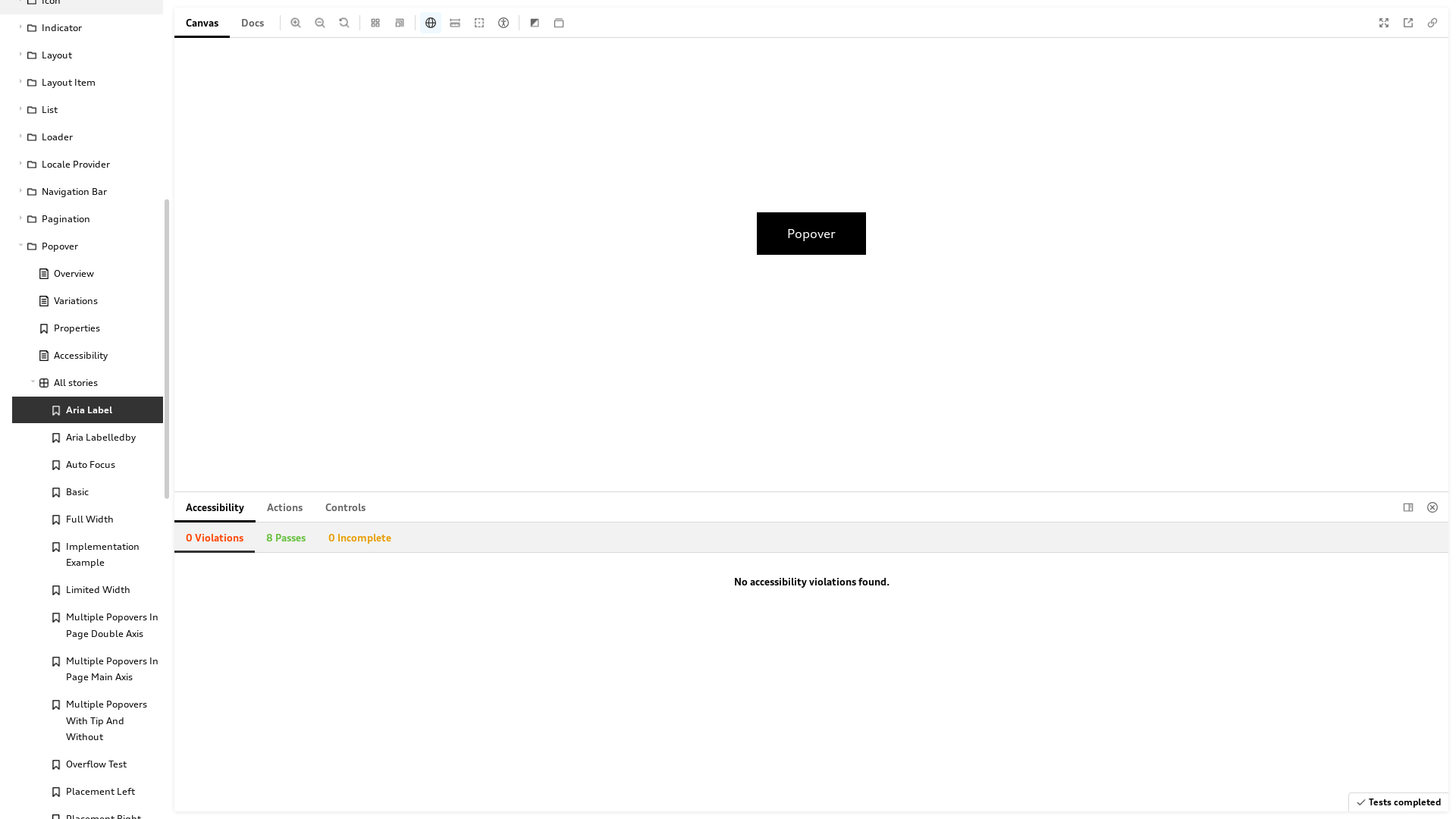 The image size is (1456, 819). What do you see at coordinates (86, 327) in the screenshot?
I see `'Properties'` at bounding box center [86, 327].